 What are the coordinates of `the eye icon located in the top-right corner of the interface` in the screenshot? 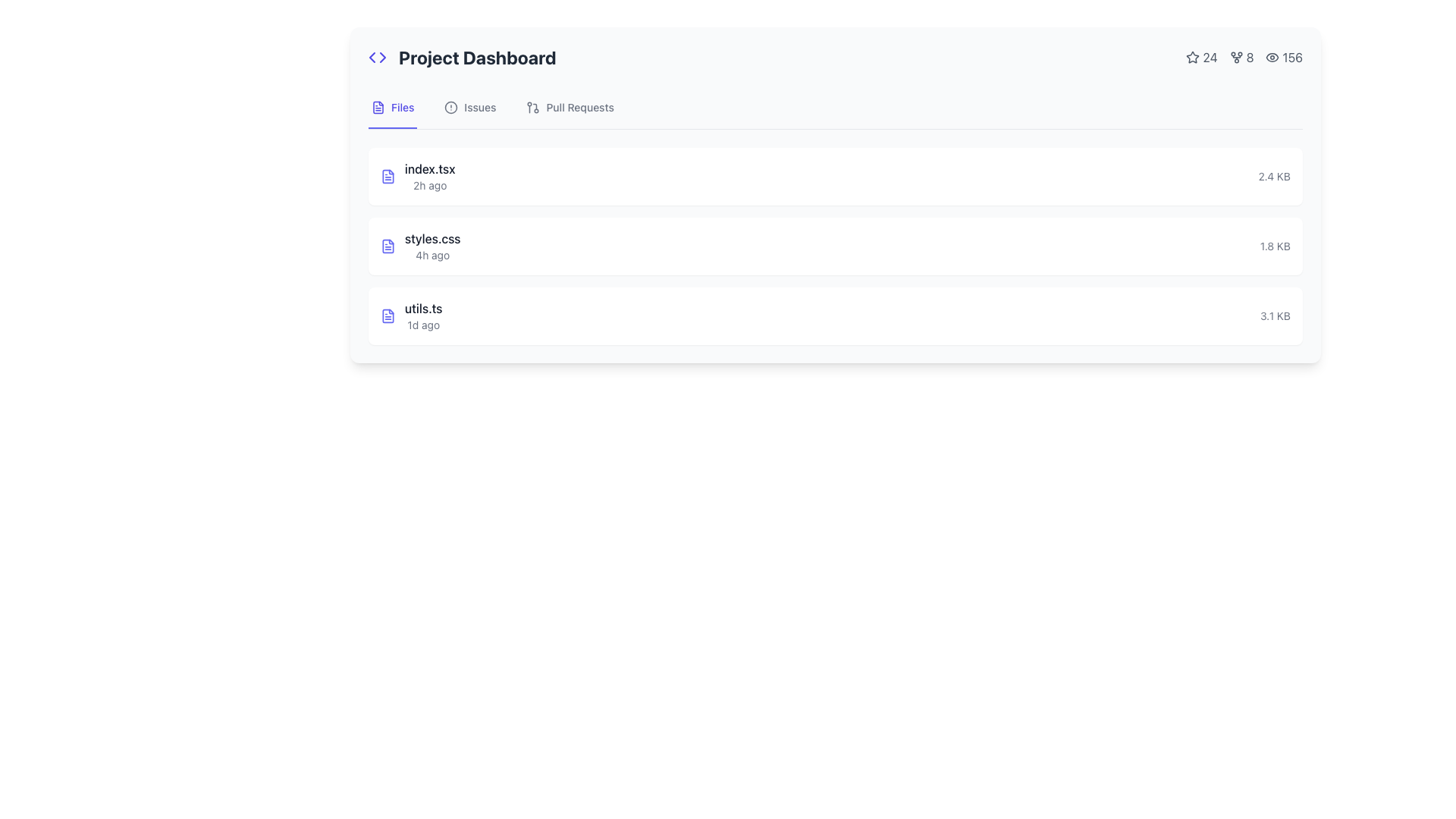 It's located at (1272, 57).